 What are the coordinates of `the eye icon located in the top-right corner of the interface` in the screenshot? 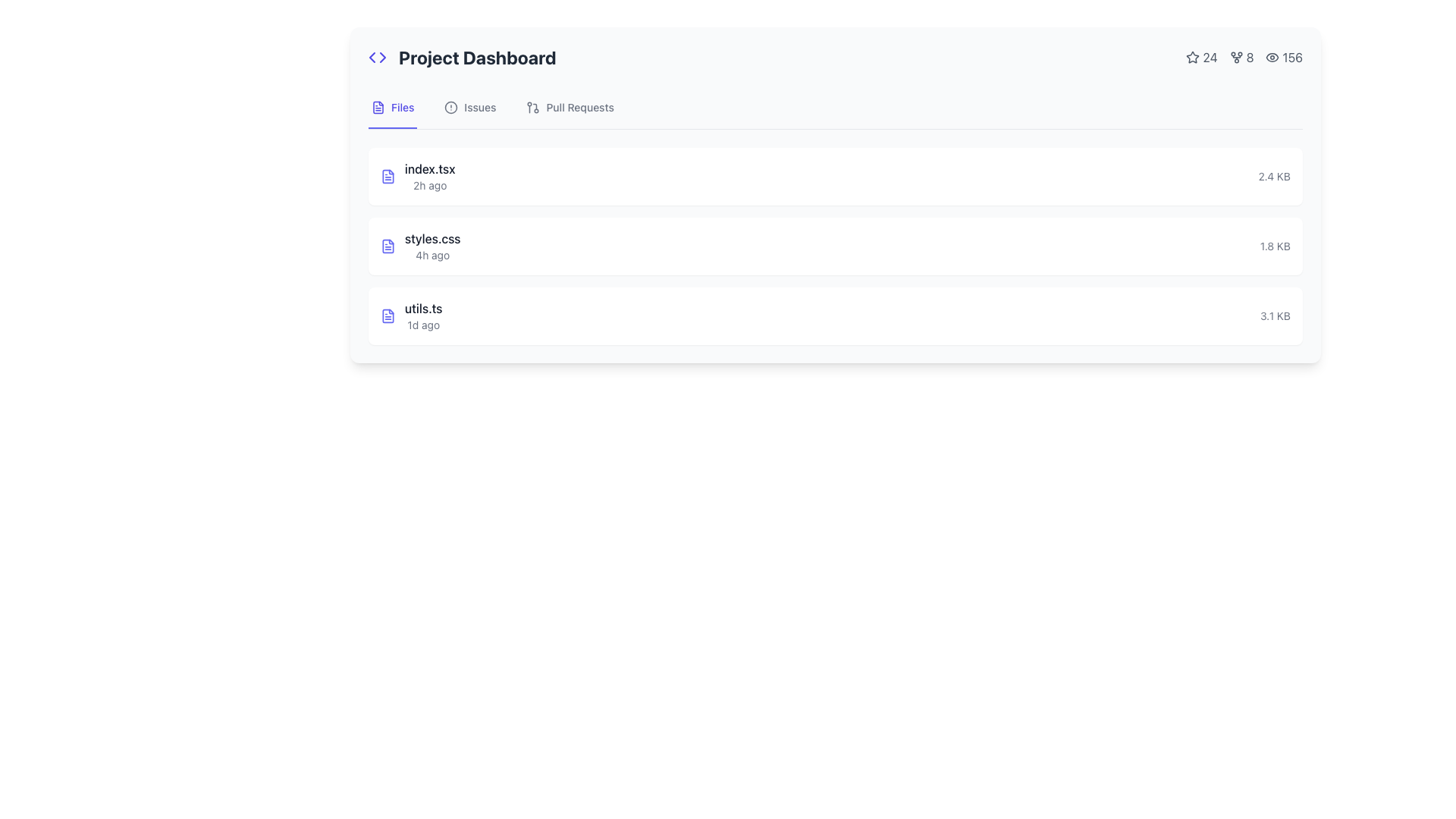 It's located at (1272, 57).